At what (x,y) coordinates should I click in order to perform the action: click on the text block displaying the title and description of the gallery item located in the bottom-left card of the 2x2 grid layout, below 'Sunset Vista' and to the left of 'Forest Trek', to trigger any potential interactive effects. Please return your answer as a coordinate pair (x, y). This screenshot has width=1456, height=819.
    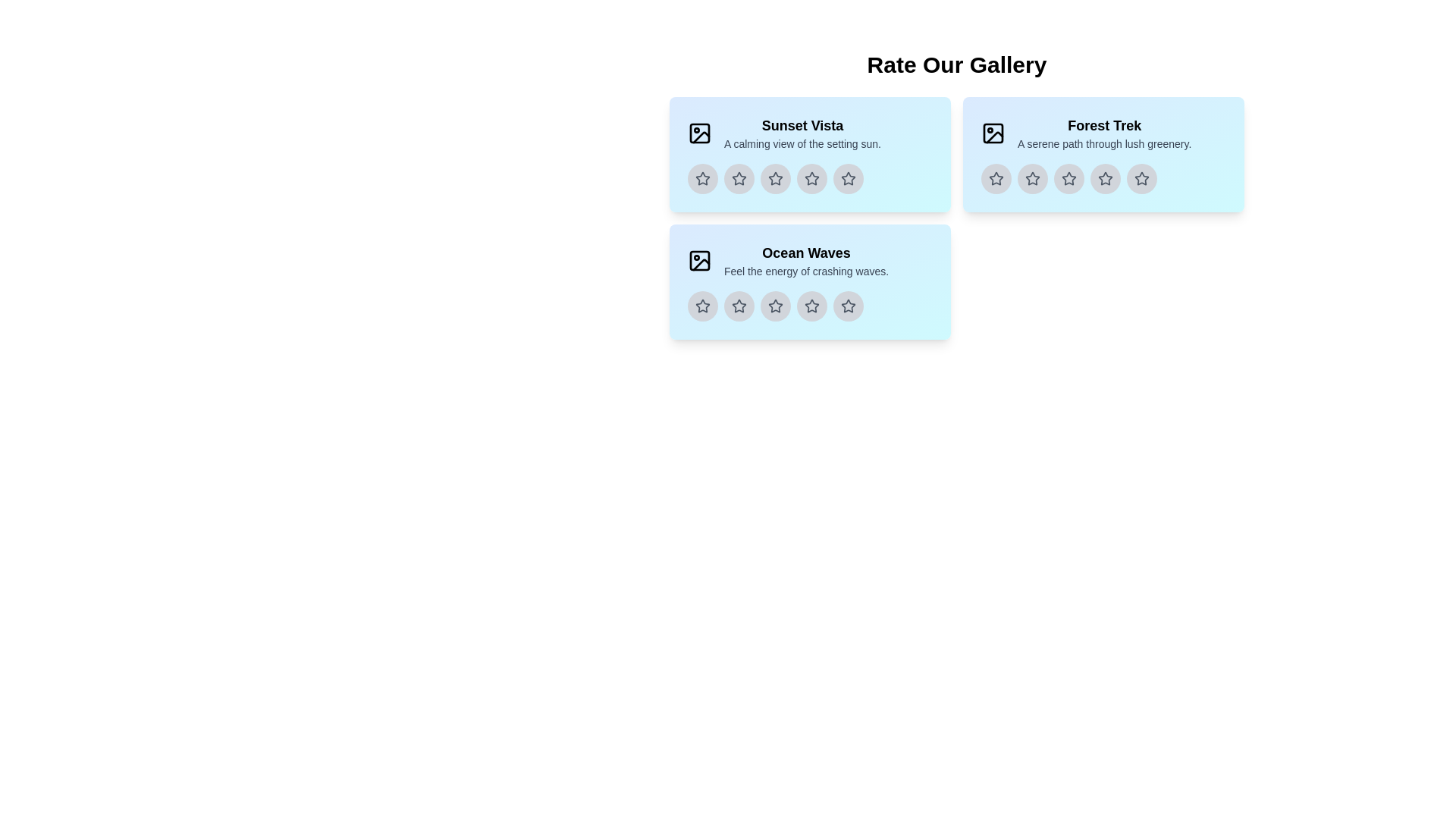
    Looking at the image, I should click on (805, 259).